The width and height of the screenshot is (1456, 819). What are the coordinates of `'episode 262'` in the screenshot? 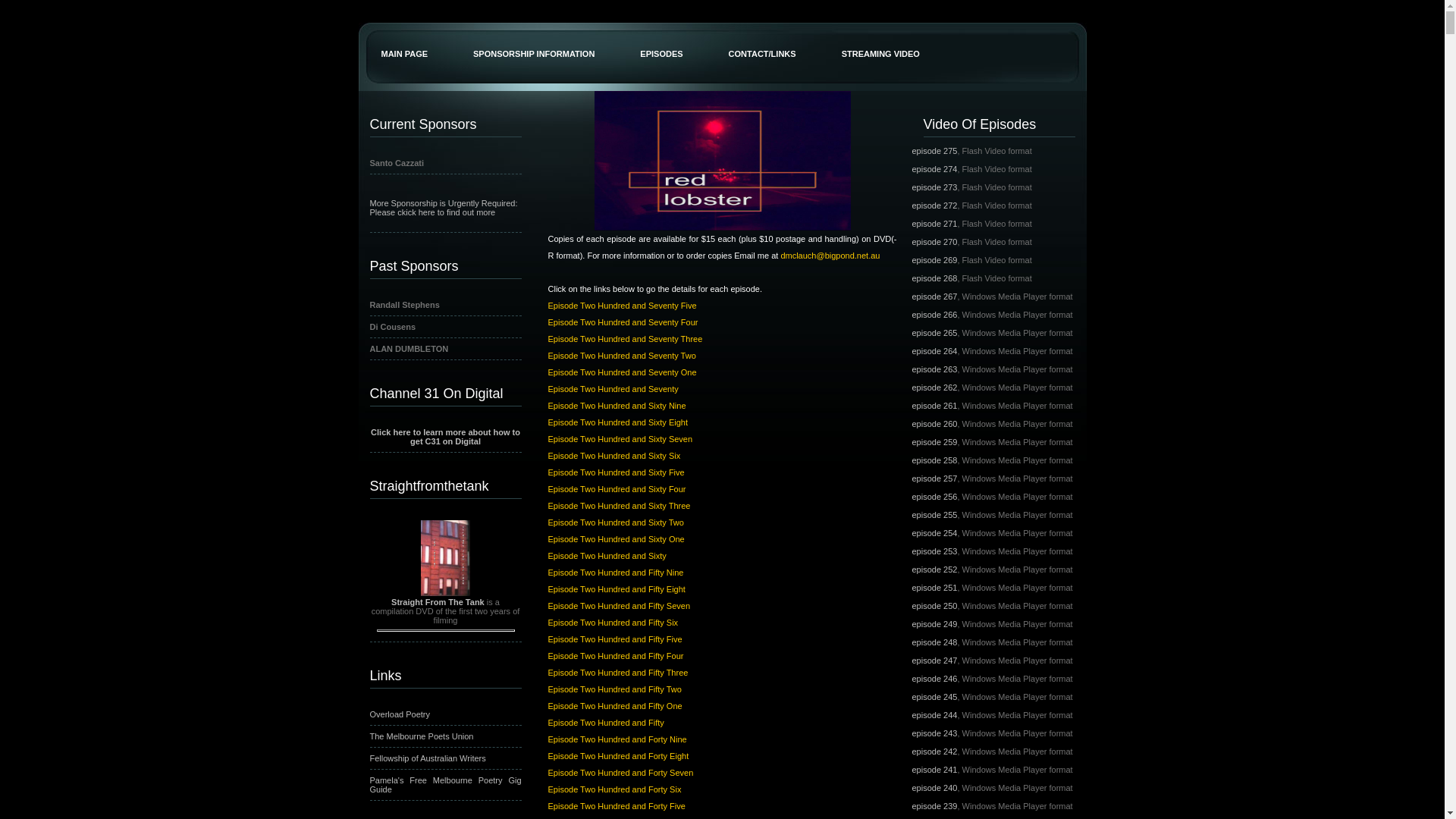 It's located at (934, 386).